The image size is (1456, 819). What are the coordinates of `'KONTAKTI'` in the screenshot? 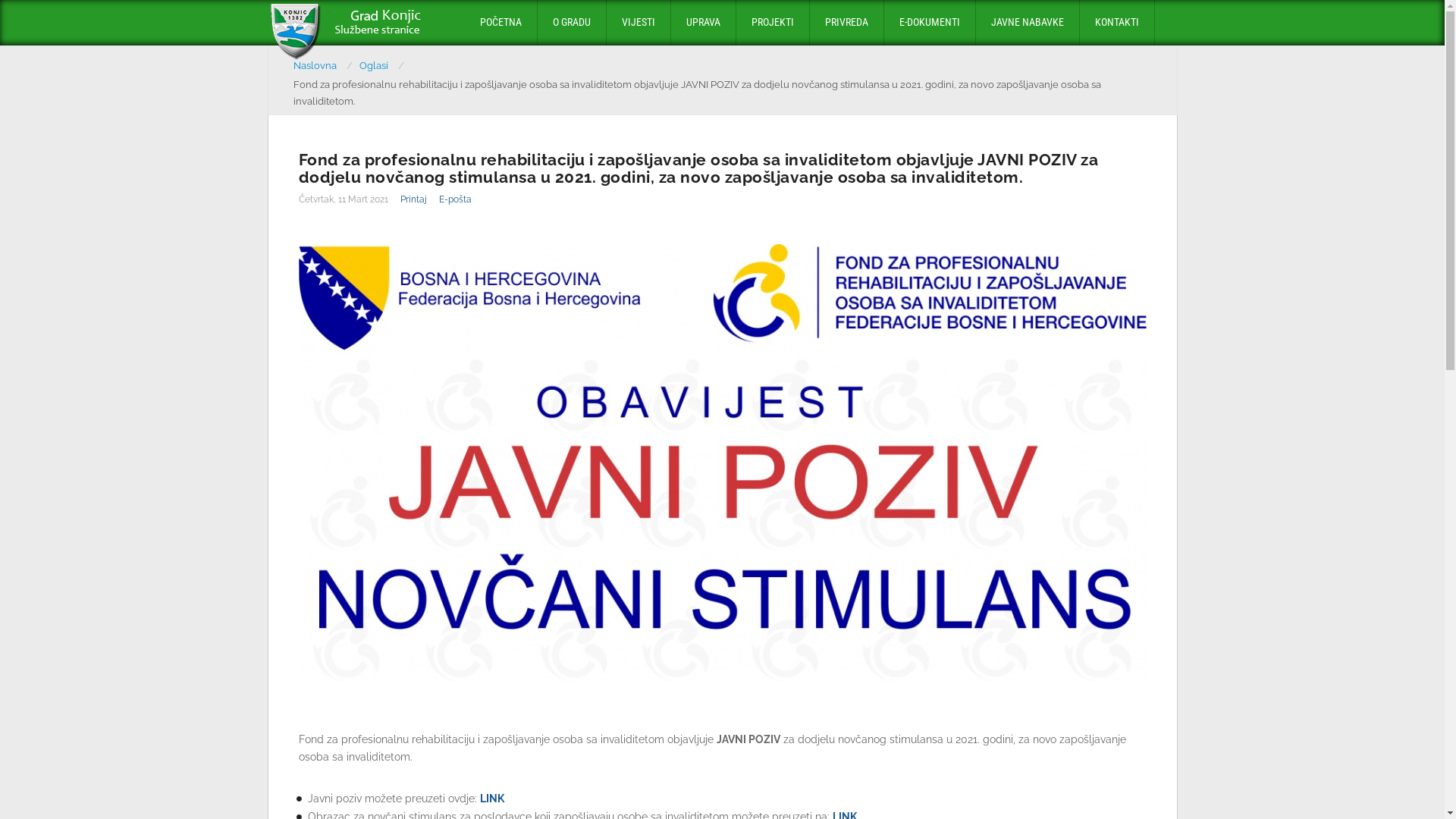 It's located at (1117, 23).